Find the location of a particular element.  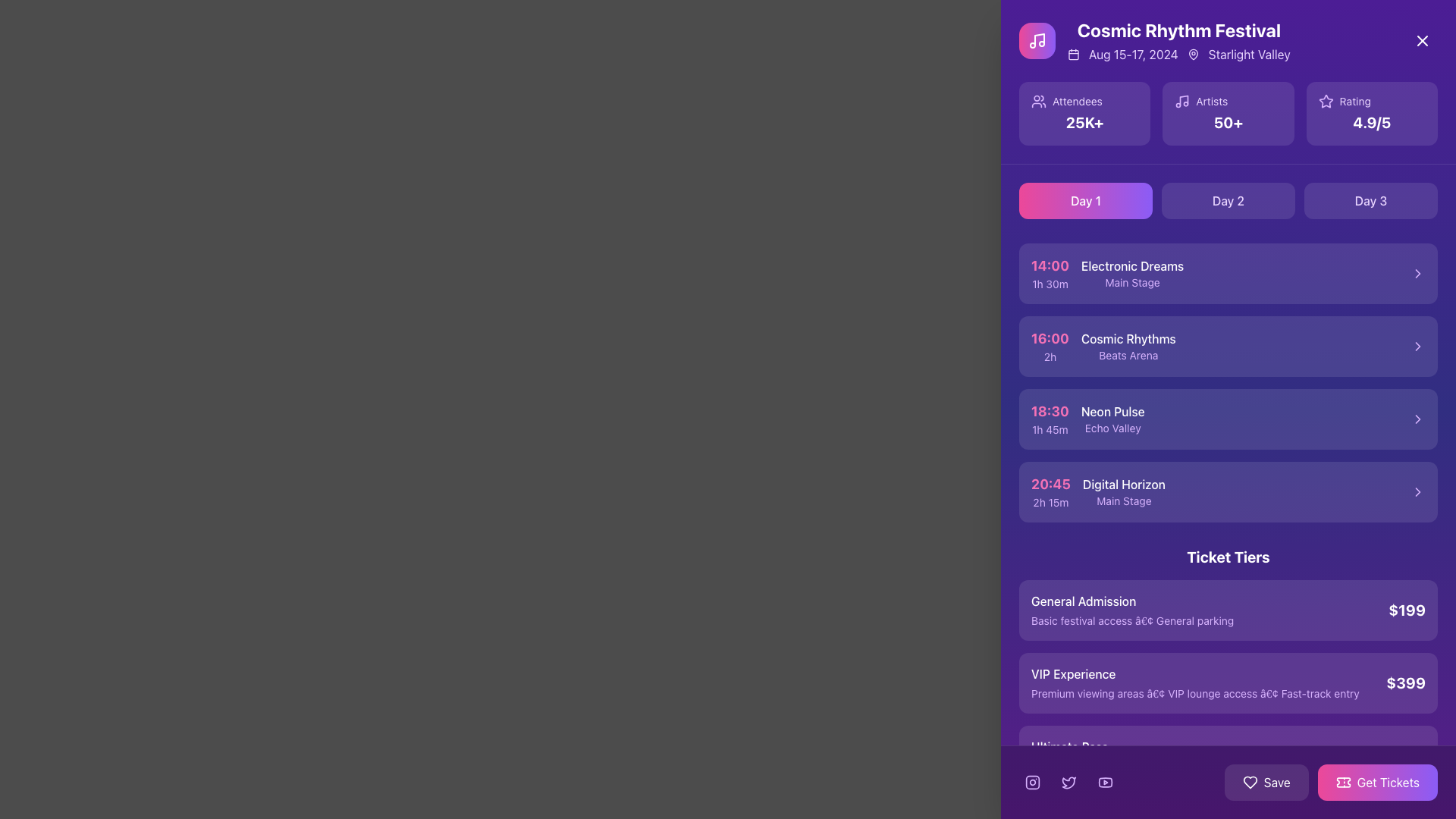

the Information display card that shows the number of artists participating in the event, which is located between the '25K+ Attendees' card and the '4.9/5 Rating' card is located at coordinates (1228, 113).